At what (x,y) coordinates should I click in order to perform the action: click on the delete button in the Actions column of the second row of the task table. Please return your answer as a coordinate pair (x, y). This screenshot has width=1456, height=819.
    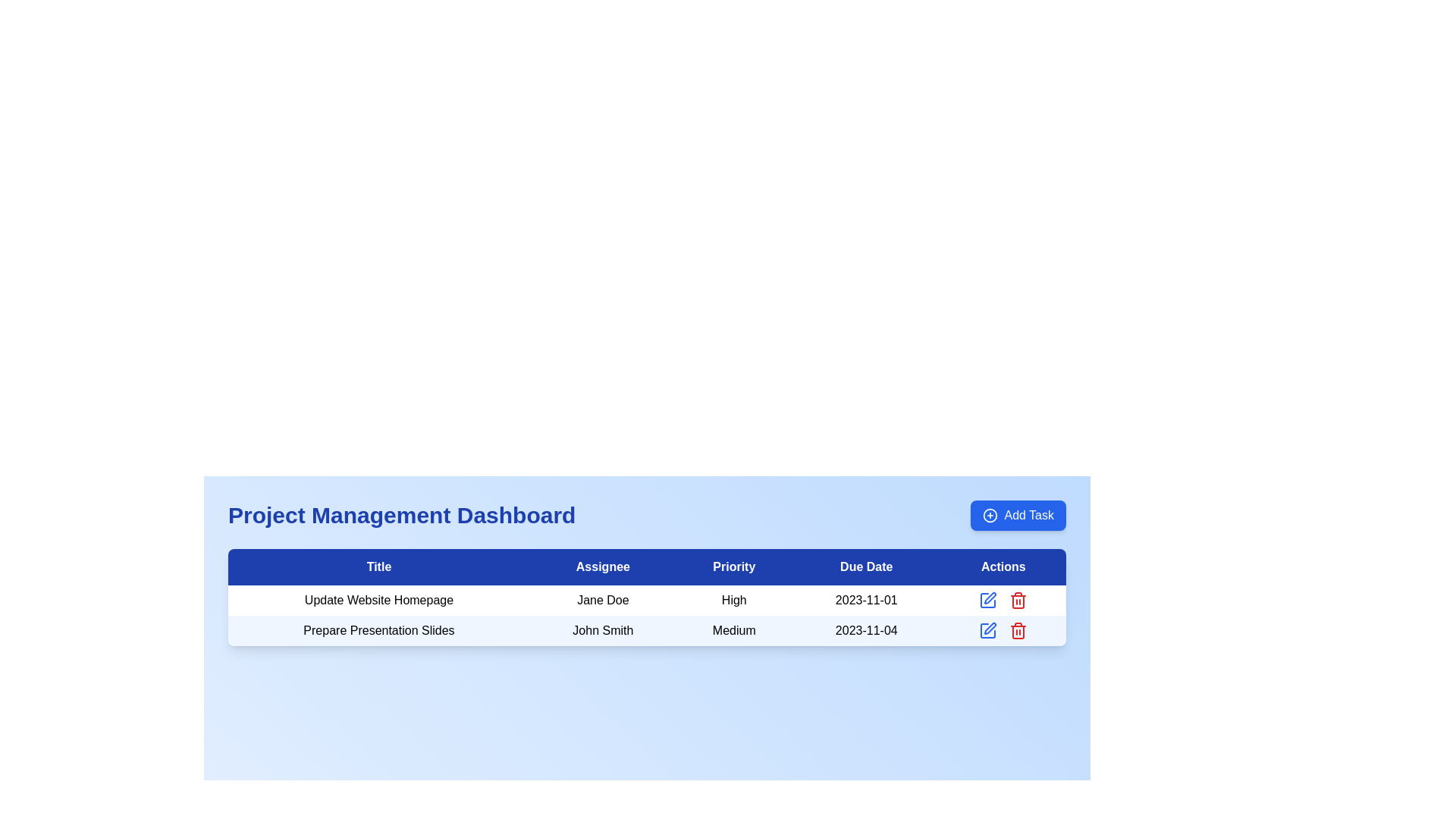
    Looking at the image, I should click on (1018, 599).